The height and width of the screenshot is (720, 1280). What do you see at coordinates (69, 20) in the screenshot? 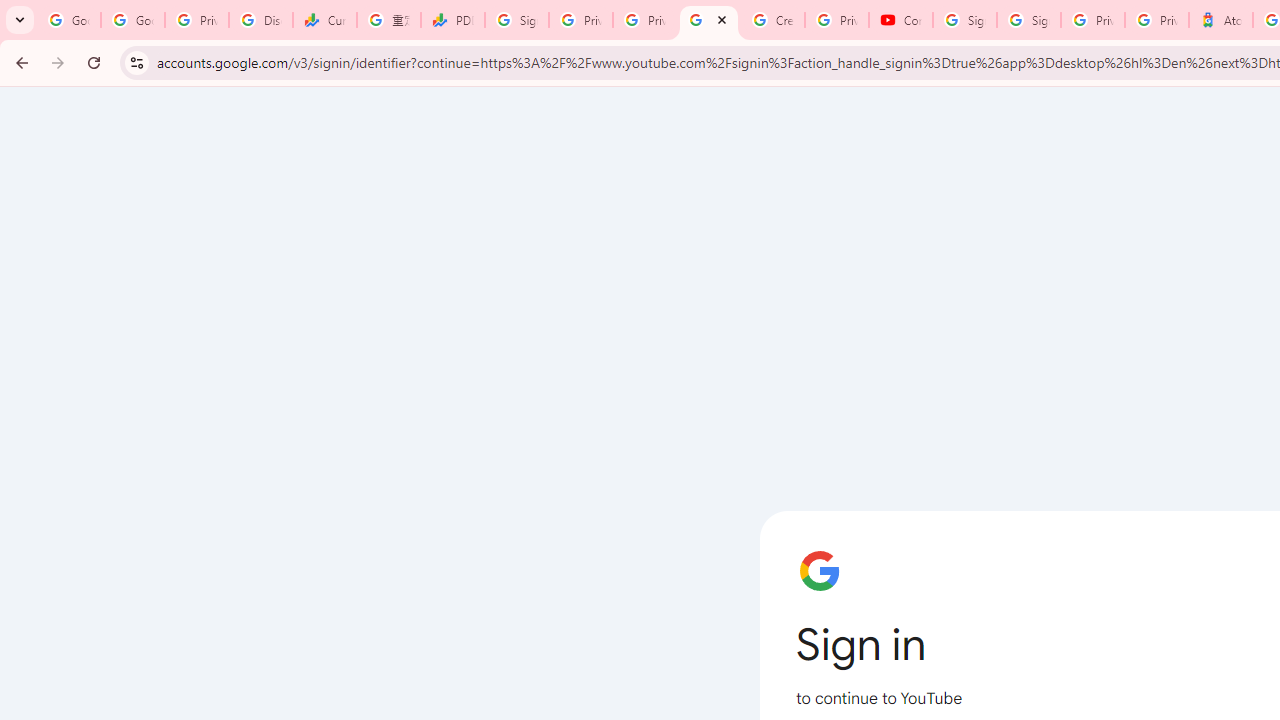
I see `'Google Workspace Admin Community'` at bounding box center [69, 20].